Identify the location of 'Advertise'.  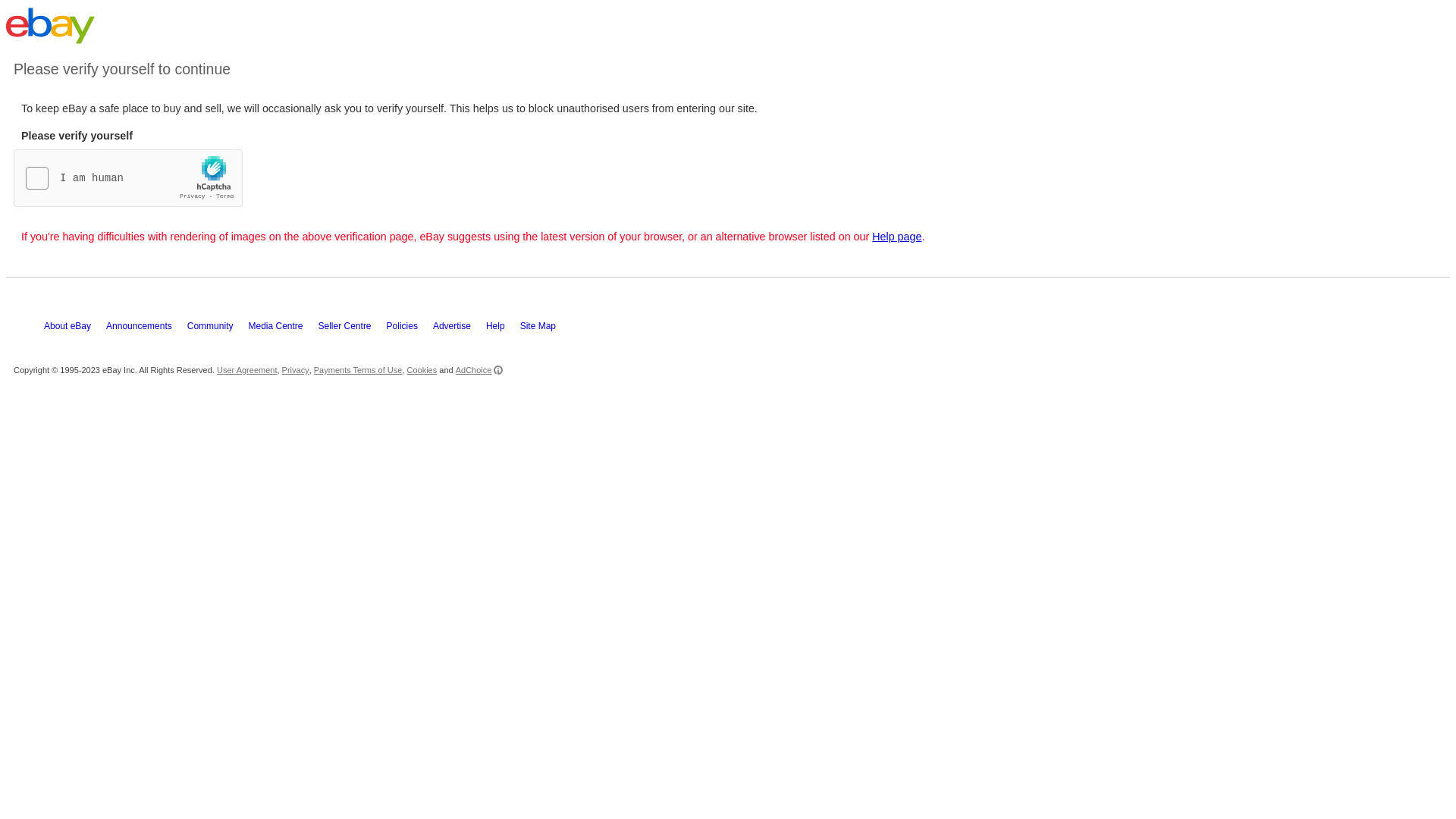
(458, 329).